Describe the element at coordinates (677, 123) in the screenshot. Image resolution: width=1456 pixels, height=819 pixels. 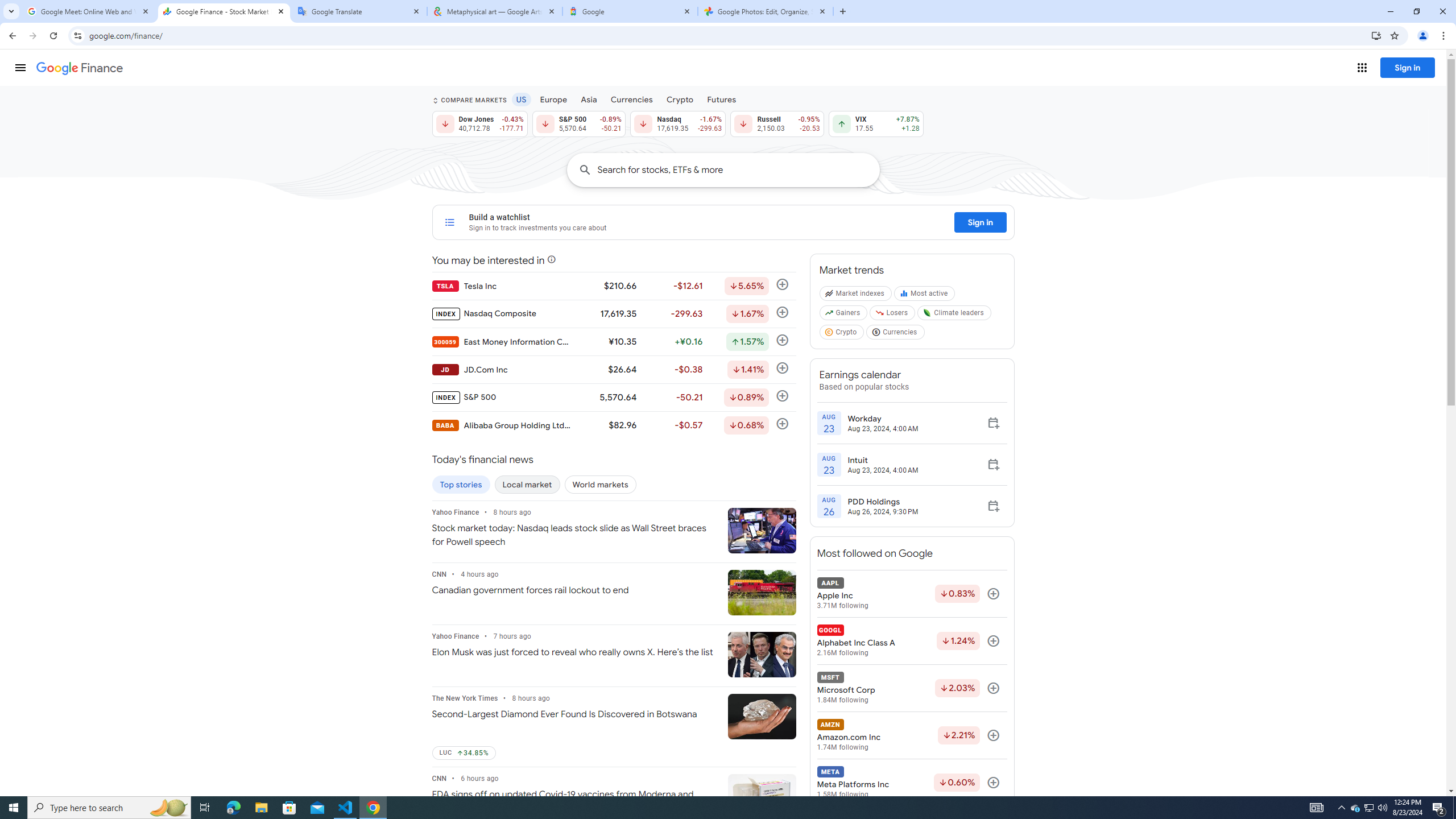
I see `'Nasdaq 17,619.35 Down by 1.67% -299.63'` at that location.